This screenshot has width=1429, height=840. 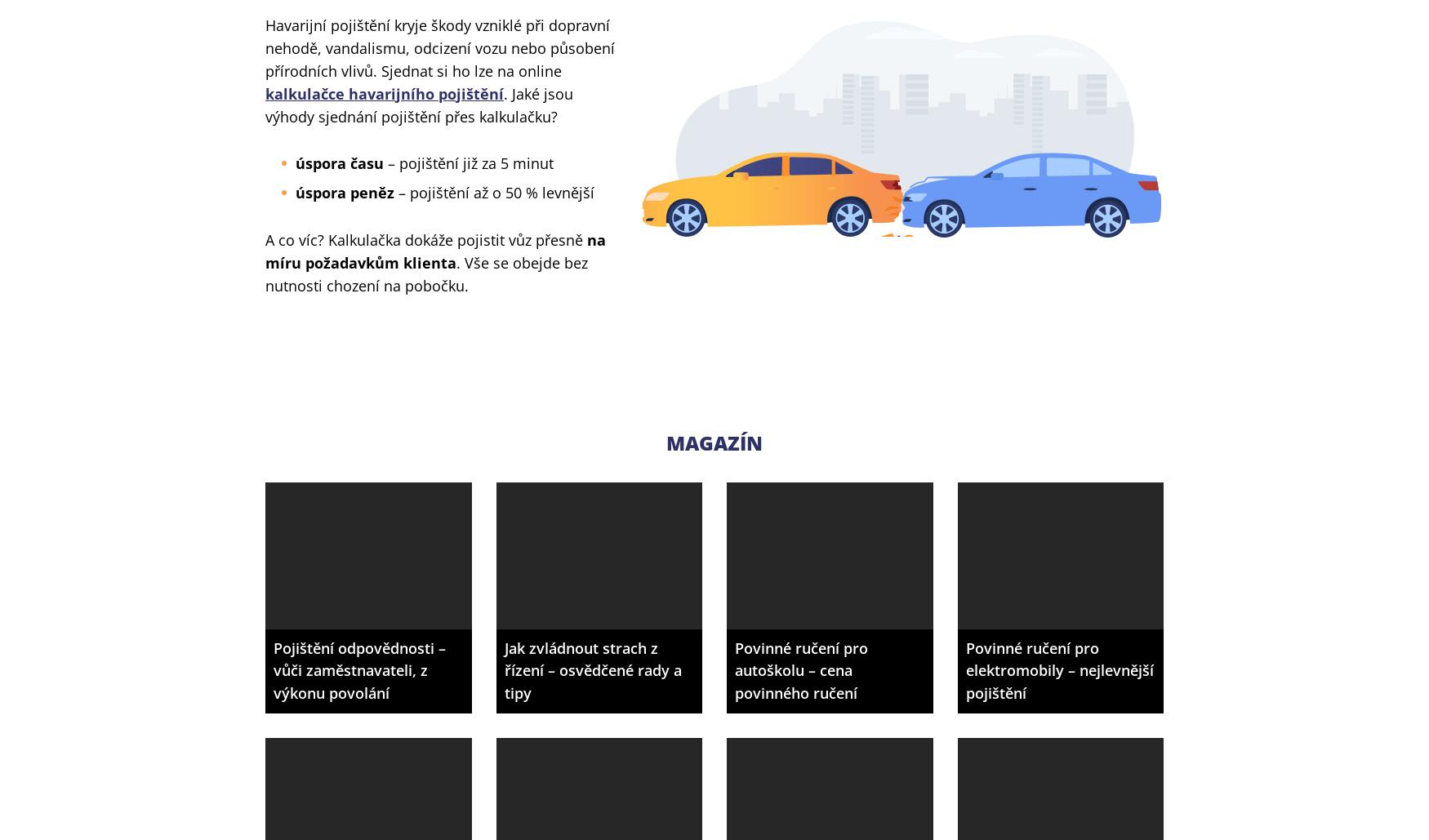 What do you see at coordinates (964, 669) in the screenshot?
I see `'Povinné ručení pro elektromobily – nejlevnější pojištění'` at bounding box center [964, 669].